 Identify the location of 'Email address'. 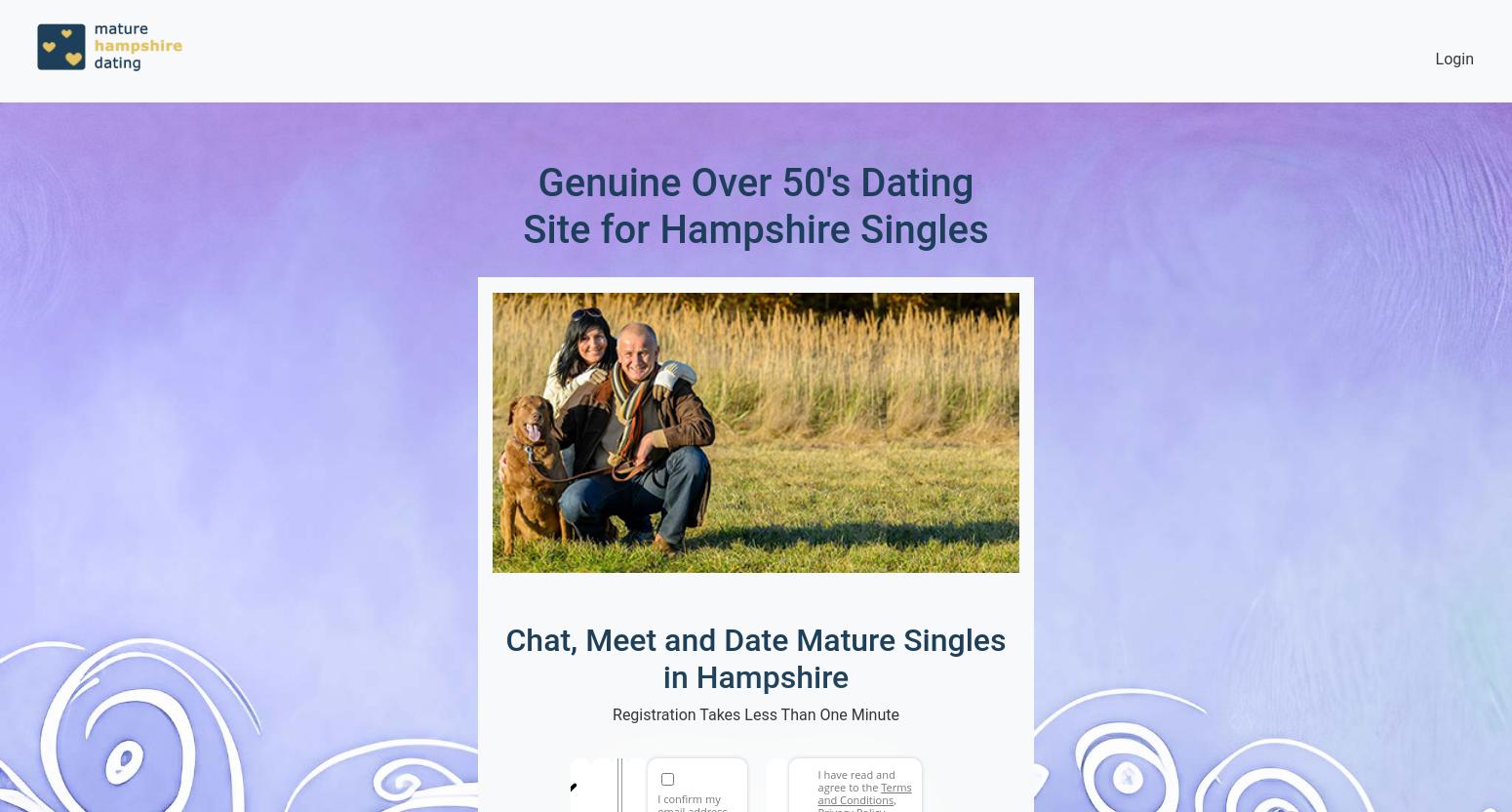
(673, 768).